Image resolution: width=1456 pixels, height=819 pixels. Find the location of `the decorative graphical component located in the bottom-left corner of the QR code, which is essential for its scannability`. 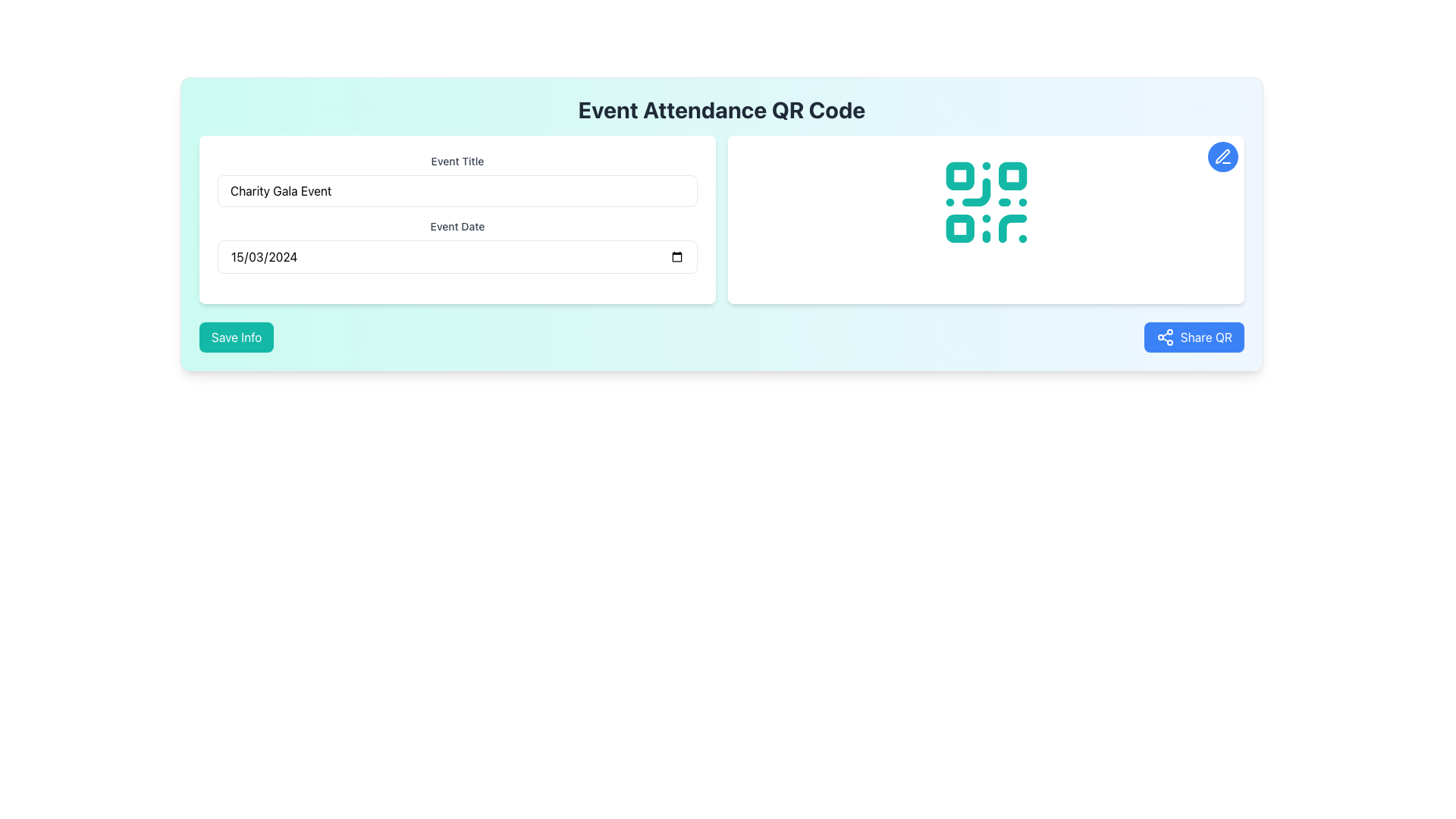

the decorative graphical component located in the bottom-left corner of the QR code, which is essential for its scannability is located at coordinates (959, 228).